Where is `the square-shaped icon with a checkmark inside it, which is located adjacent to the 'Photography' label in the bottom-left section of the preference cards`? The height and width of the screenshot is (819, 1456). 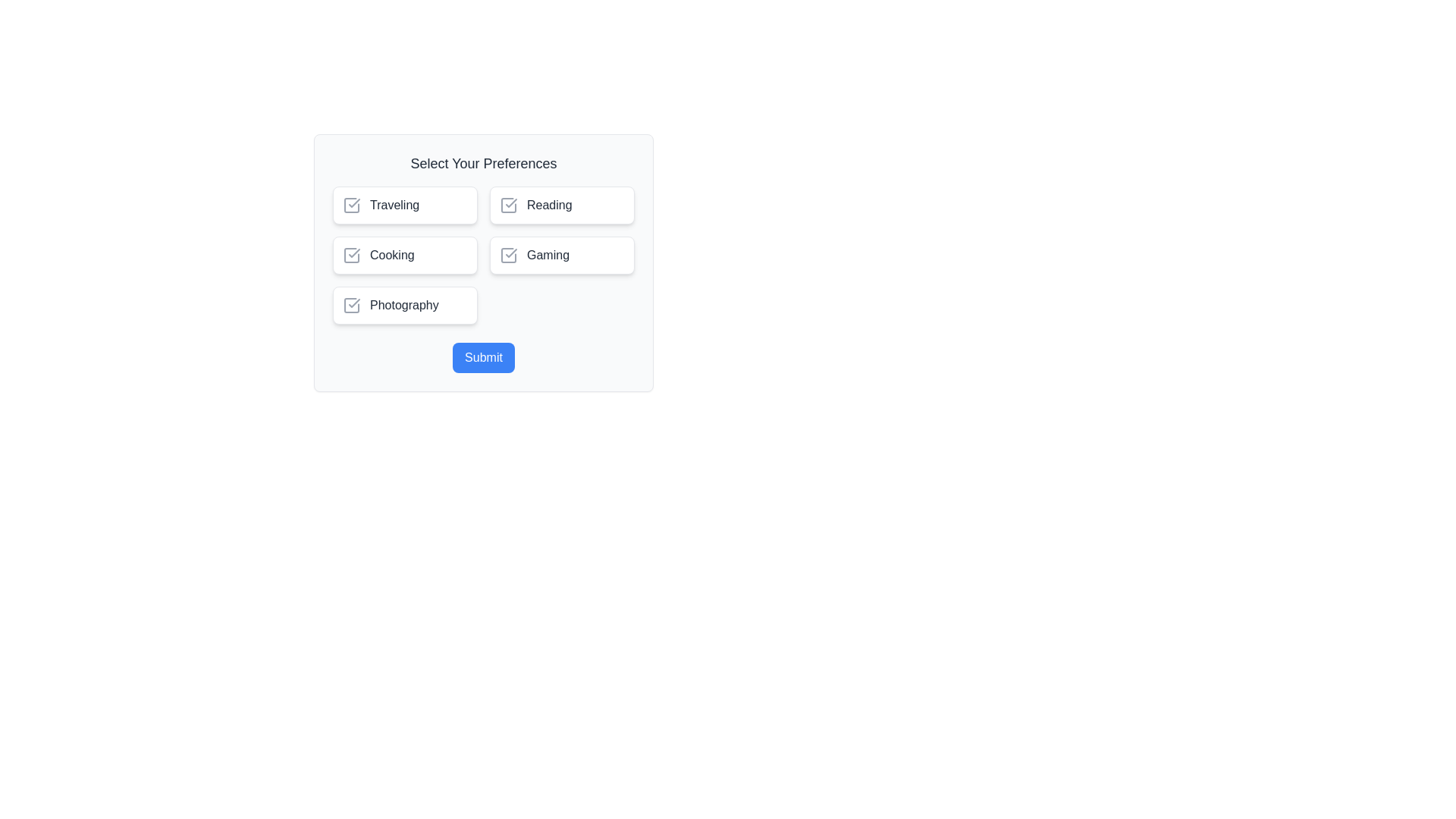
the square-shaped icon with a checkmark inside it, which is located adjacent to the 'Photography' label in the bottom-left section of the preference cards is located at coordinates (351, 305).